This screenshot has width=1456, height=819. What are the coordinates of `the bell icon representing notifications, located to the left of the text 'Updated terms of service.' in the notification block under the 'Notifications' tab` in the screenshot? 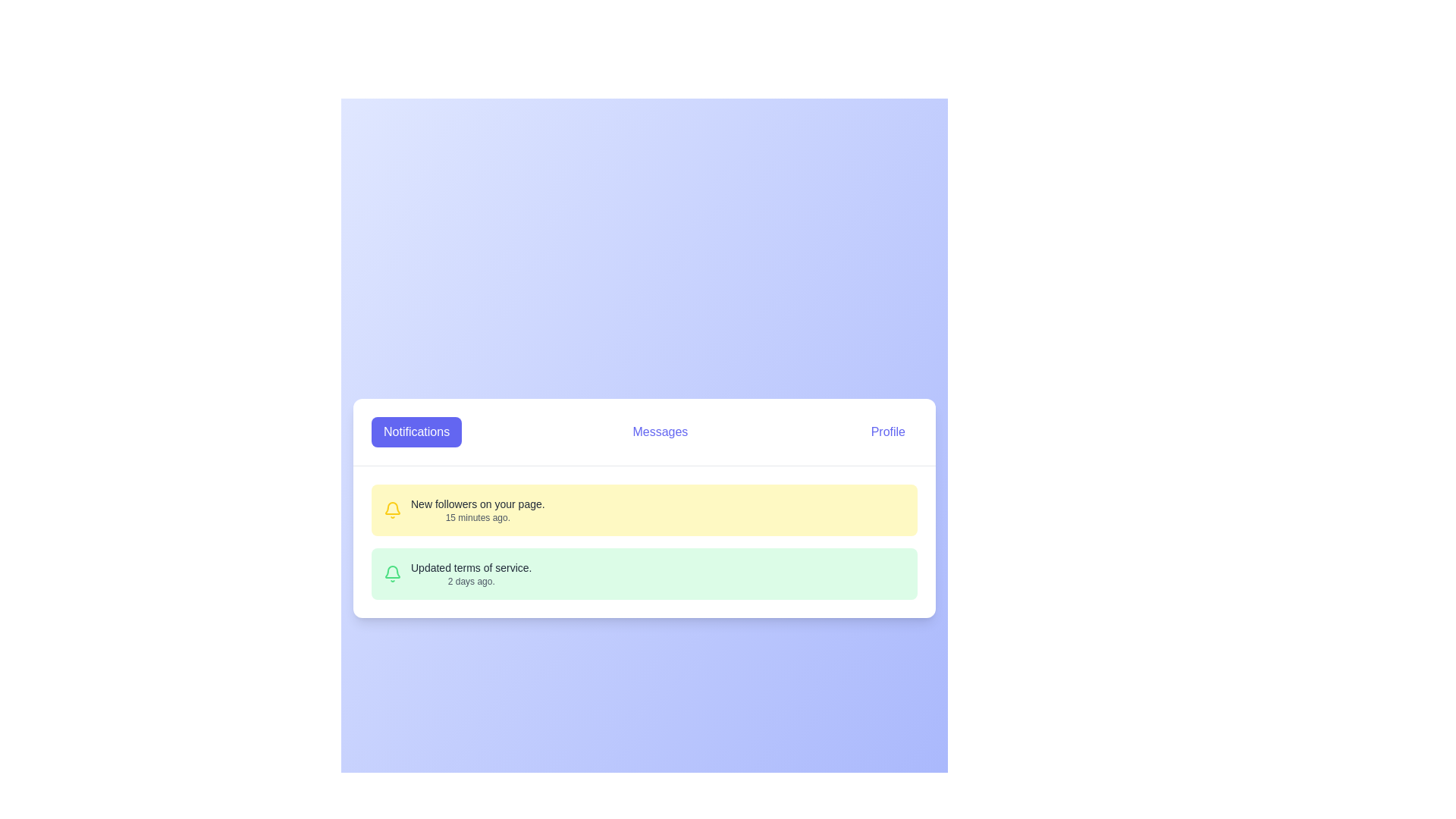 It's located at (393, 573).